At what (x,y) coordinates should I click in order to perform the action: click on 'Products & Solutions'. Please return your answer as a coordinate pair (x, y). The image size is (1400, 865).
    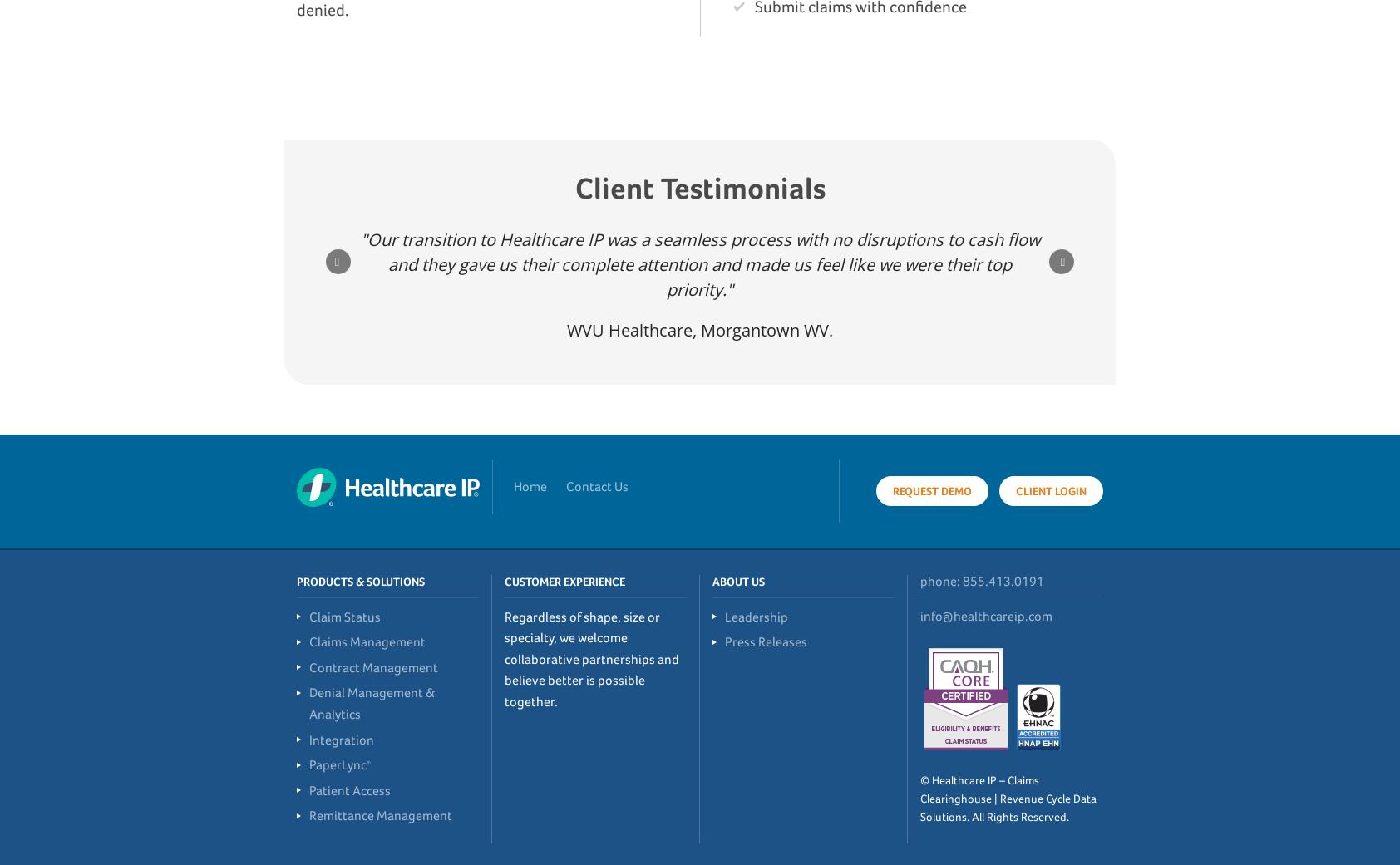
    Looking at the image, I should click on (297, 580).